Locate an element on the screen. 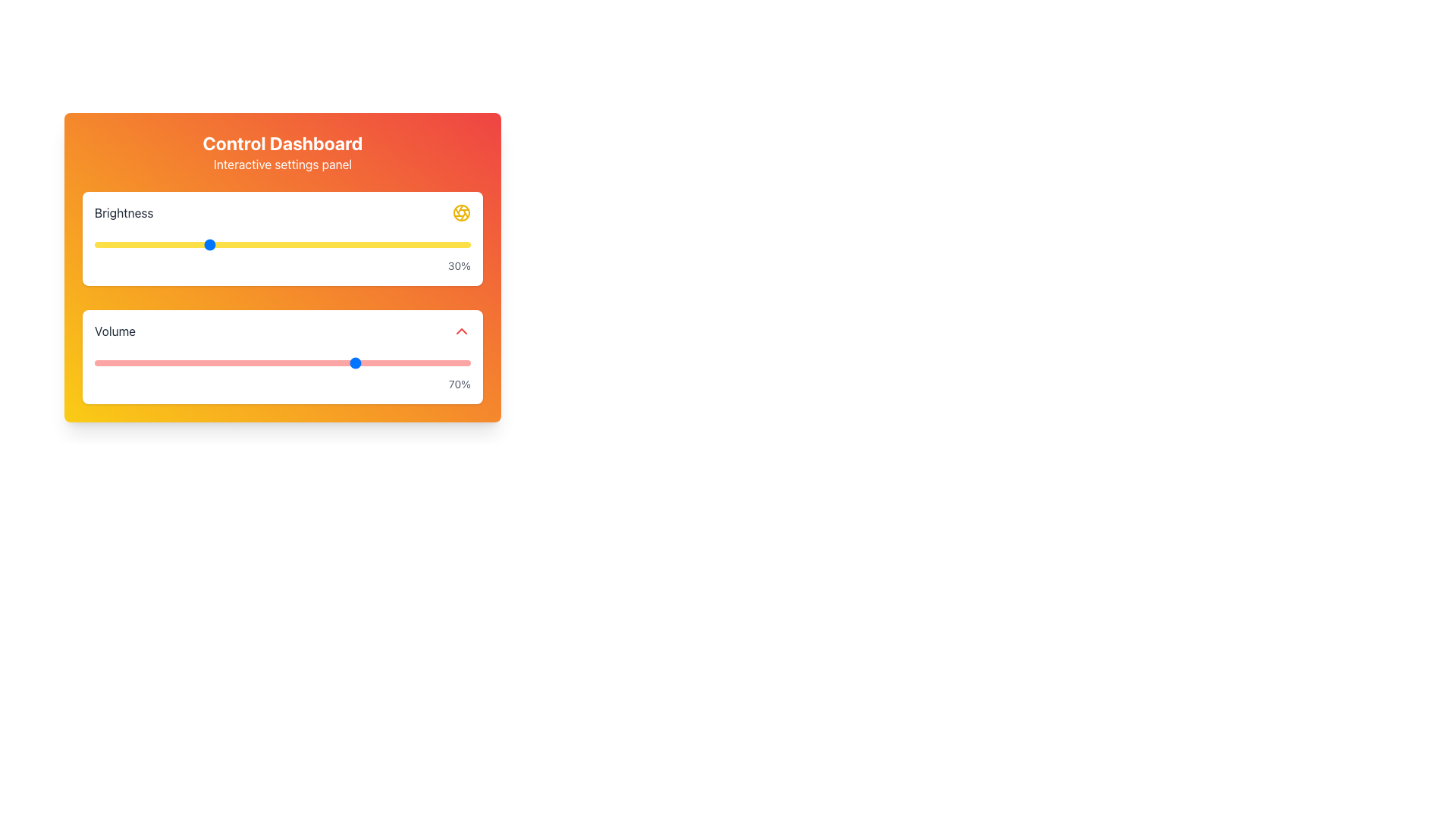 This screenshot has height=819, width=1456. the Volume slider is located at coordinates (283, 362).